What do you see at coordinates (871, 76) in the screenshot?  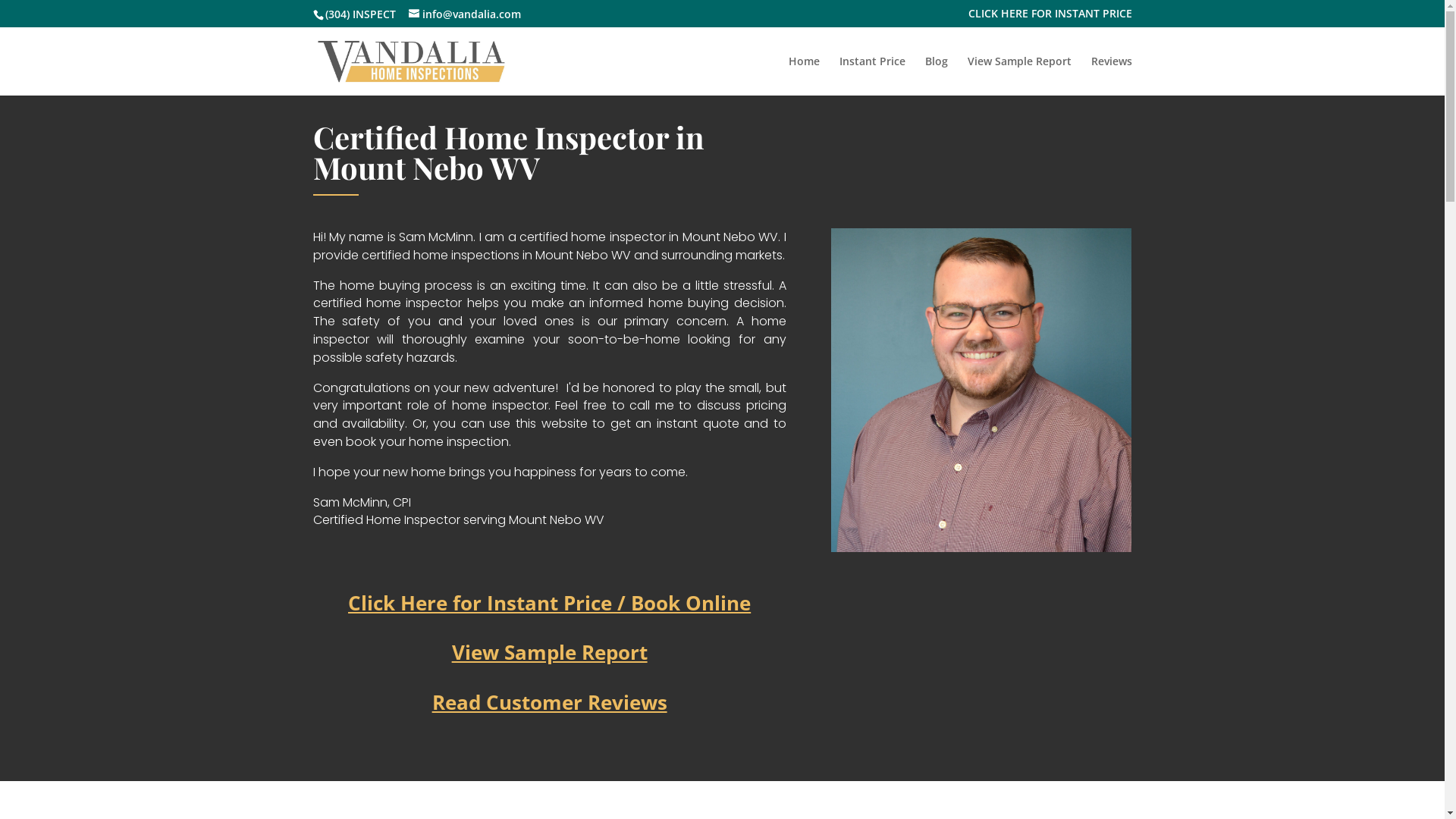 I see `'Instant Price'` at bounding box center [871, 76].